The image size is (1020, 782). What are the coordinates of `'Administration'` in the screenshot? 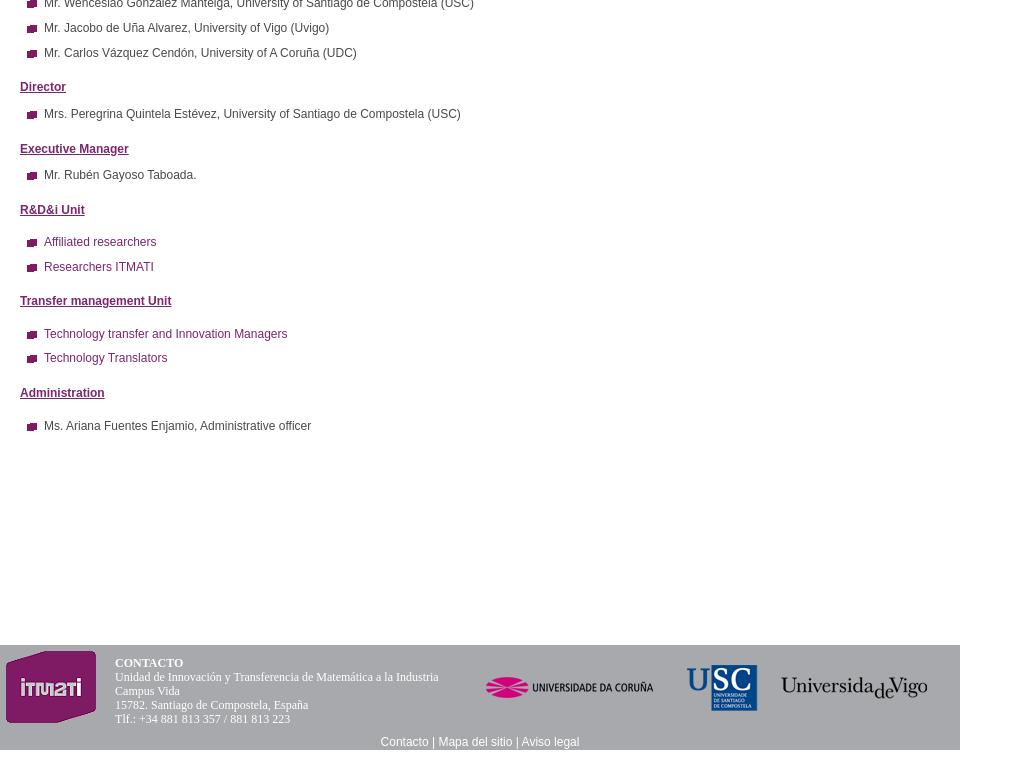 It's located at (62, 393).